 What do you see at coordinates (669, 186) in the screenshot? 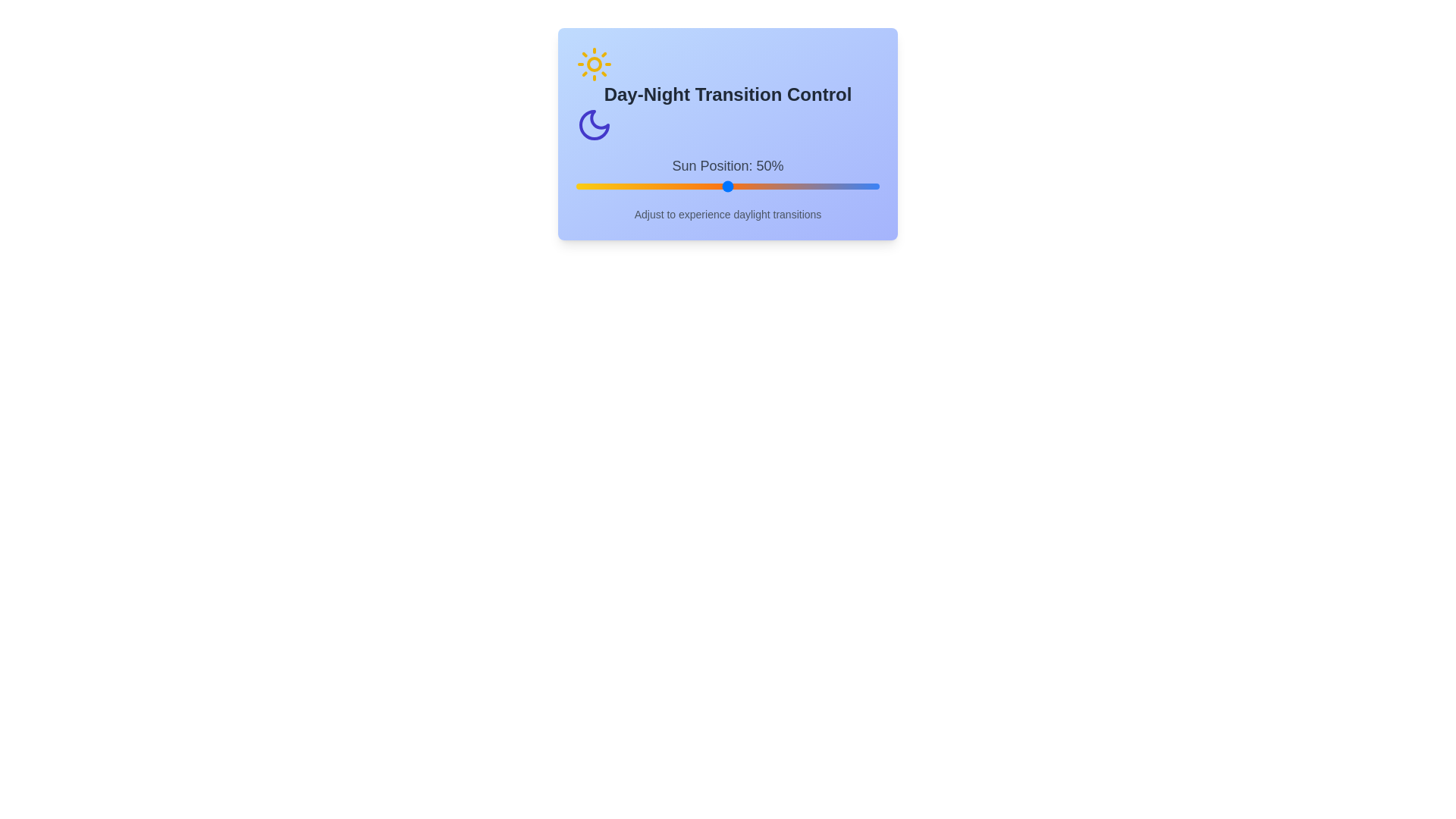
I see `the sun position to 31% by clicking on the slider track` at bounding box center [669, 186].